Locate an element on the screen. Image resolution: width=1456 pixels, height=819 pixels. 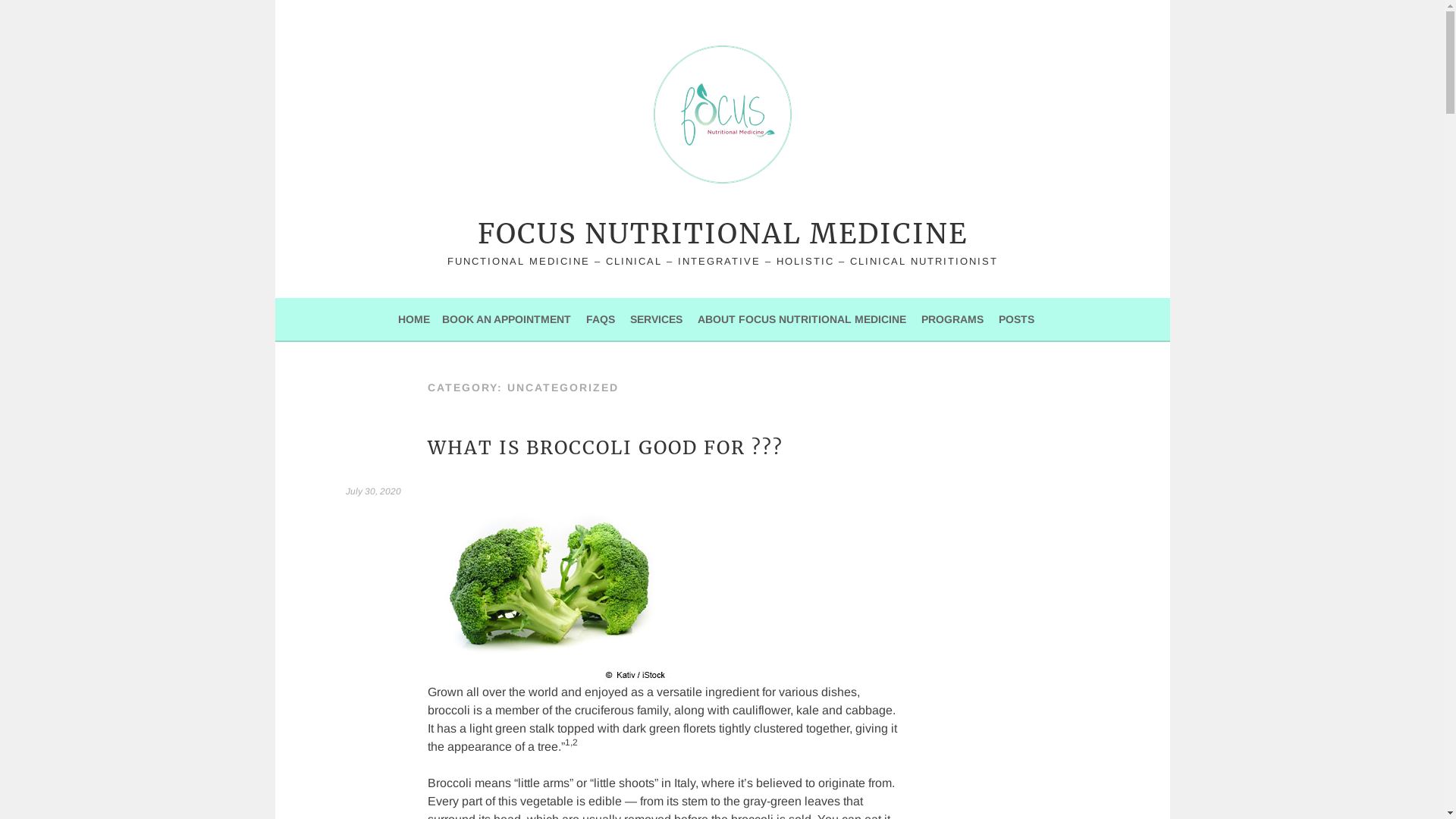
'FAQS' is located at coordinates (600, 318).